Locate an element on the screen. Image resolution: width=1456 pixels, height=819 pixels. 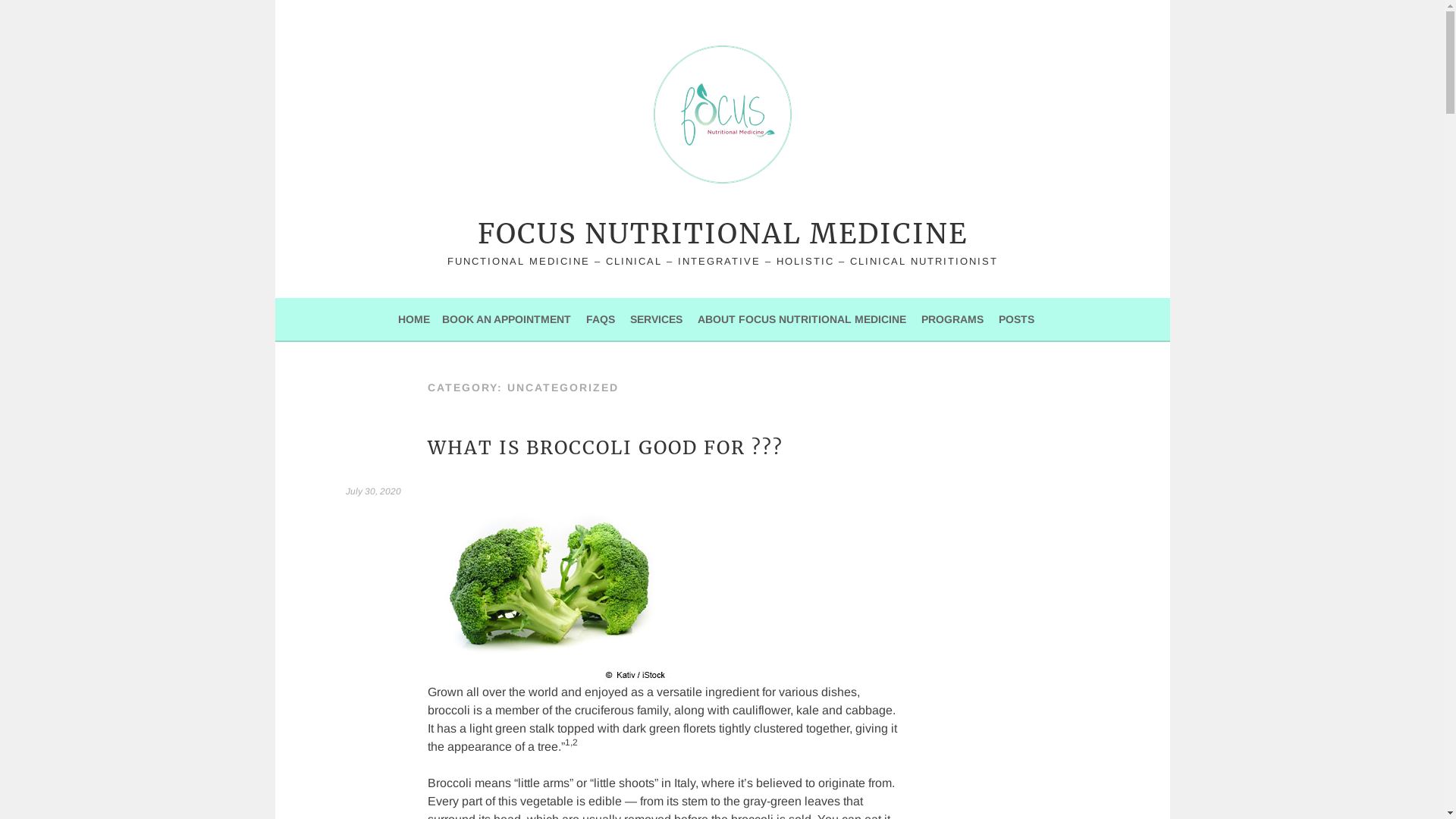
'FAQS' is located at coordinates (600, 318).